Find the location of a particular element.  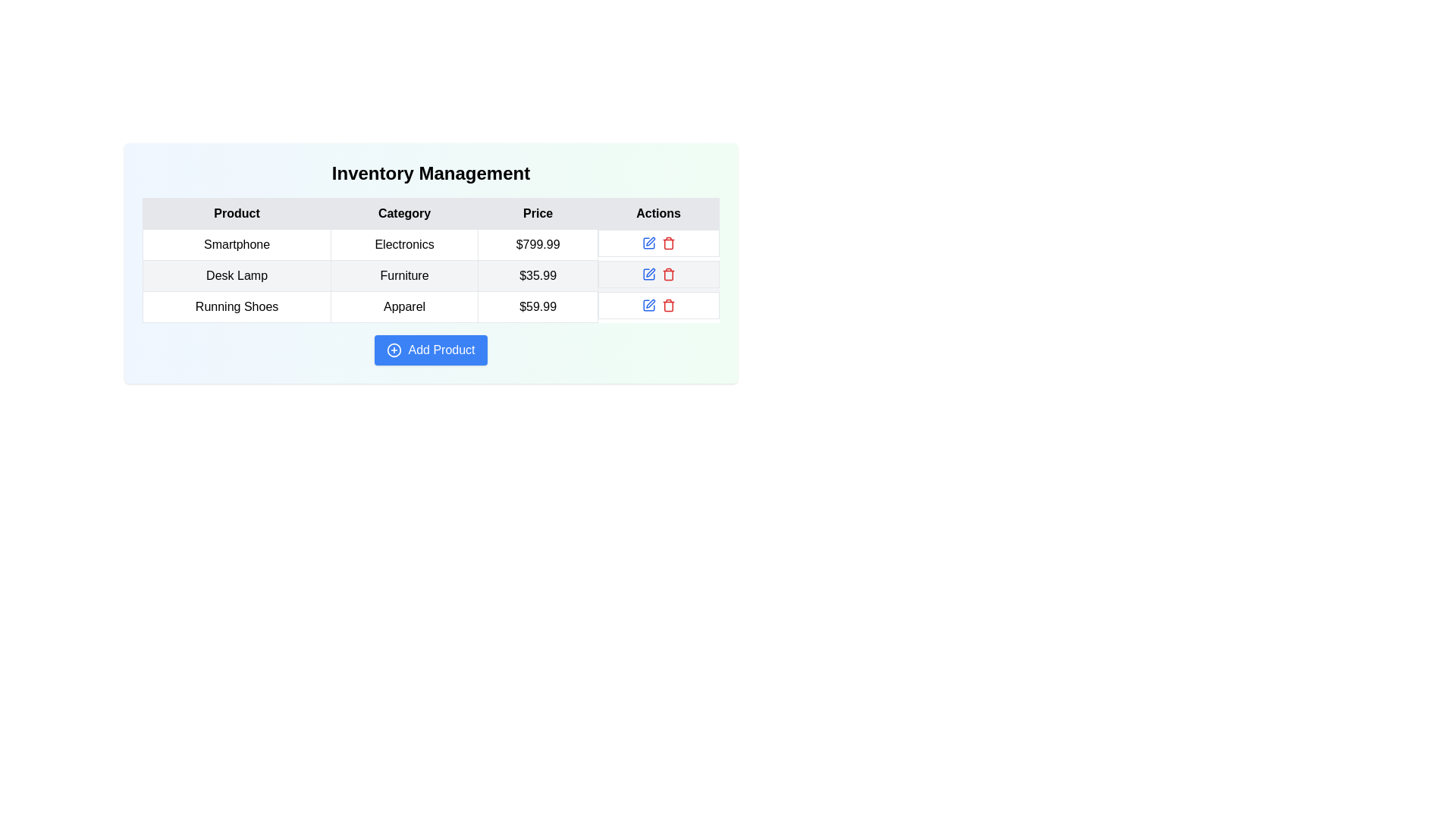

the edit button located in the 'Actions' column of the last row for the 'Running Shoes' entry to initiate editing of the table row is located at coordinates (651, 303).